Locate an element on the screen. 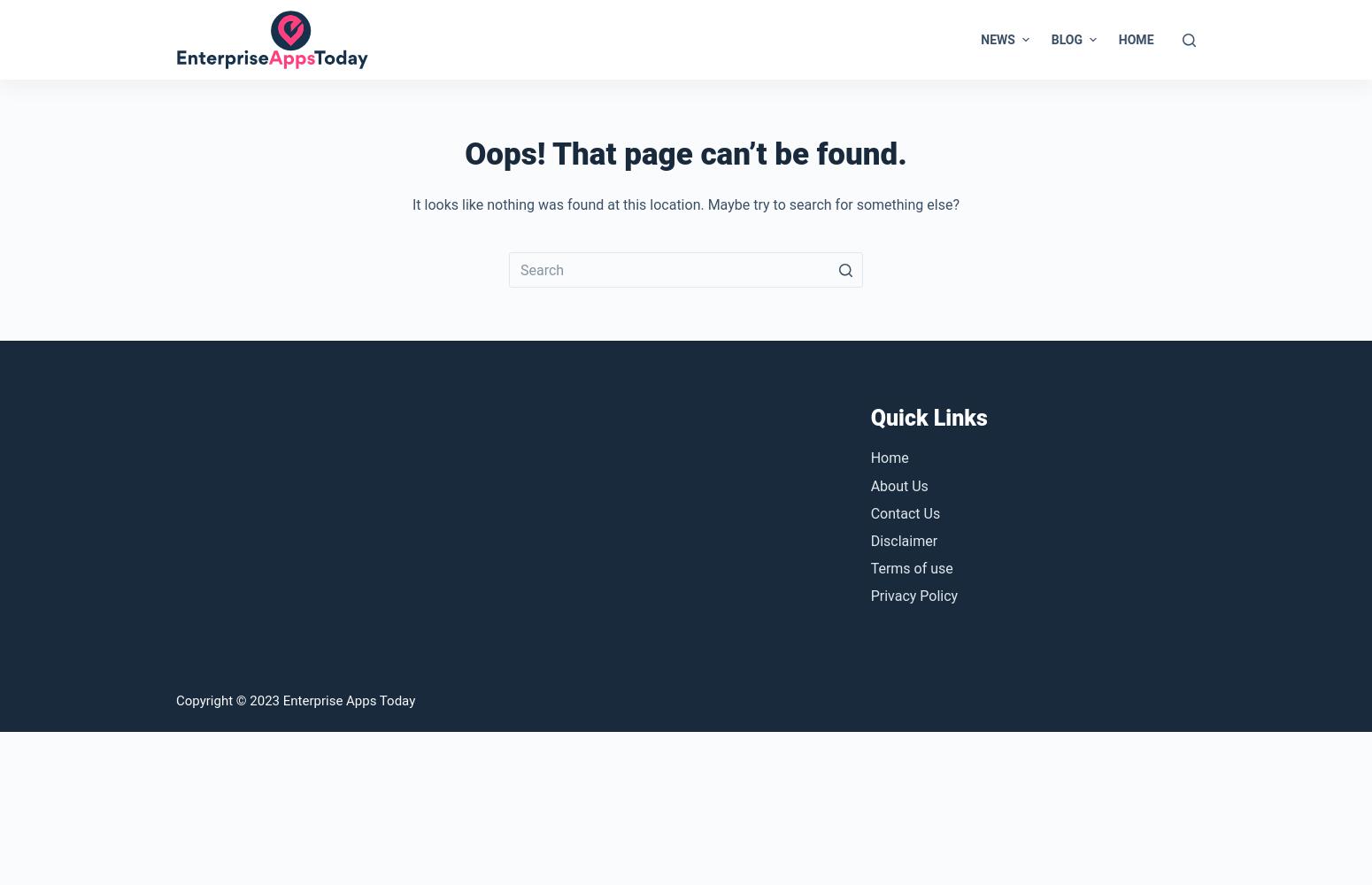  'News' is located at coordinates (997, 39).